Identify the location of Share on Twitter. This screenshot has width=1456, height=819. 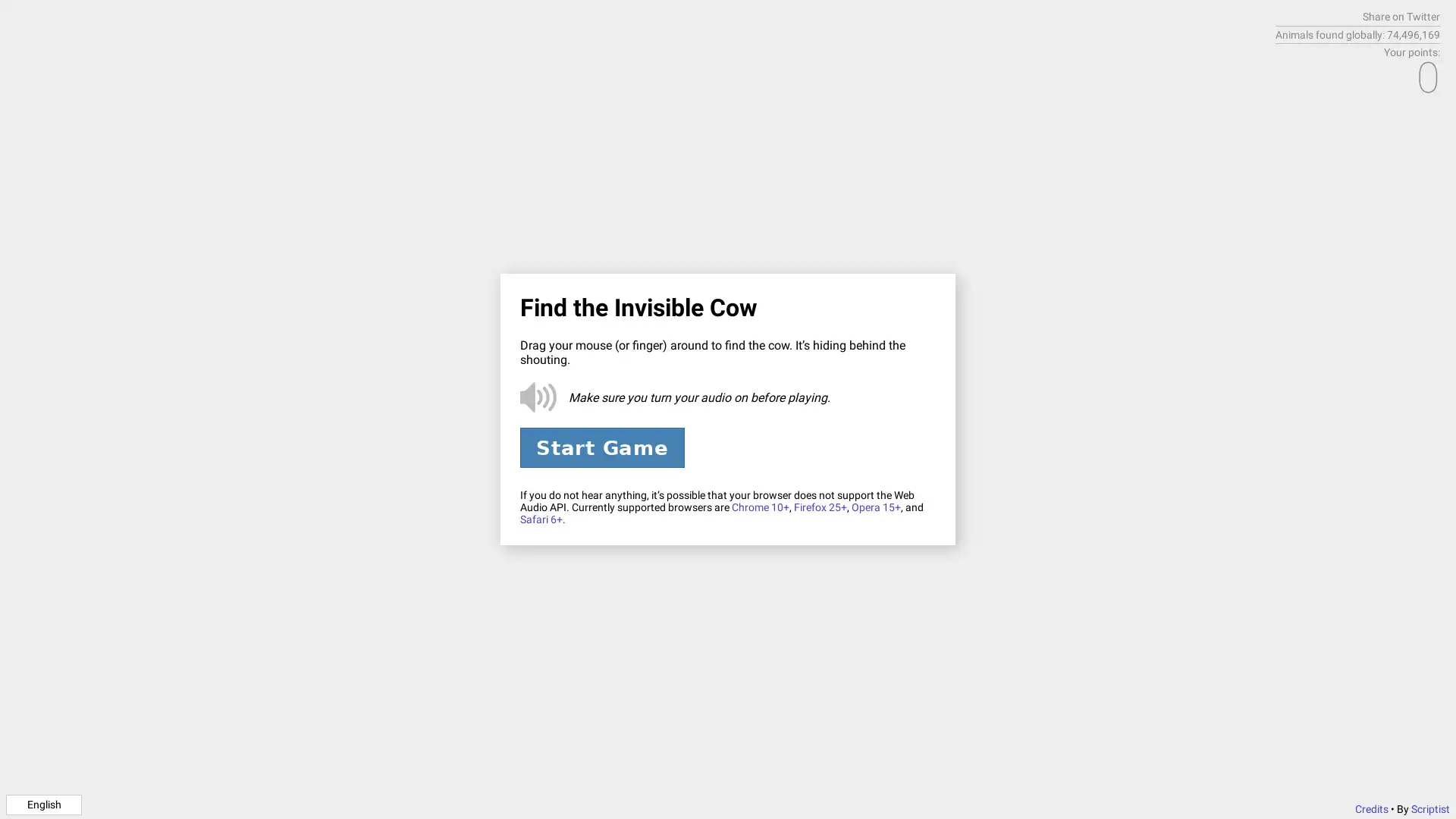
(1401, 17).